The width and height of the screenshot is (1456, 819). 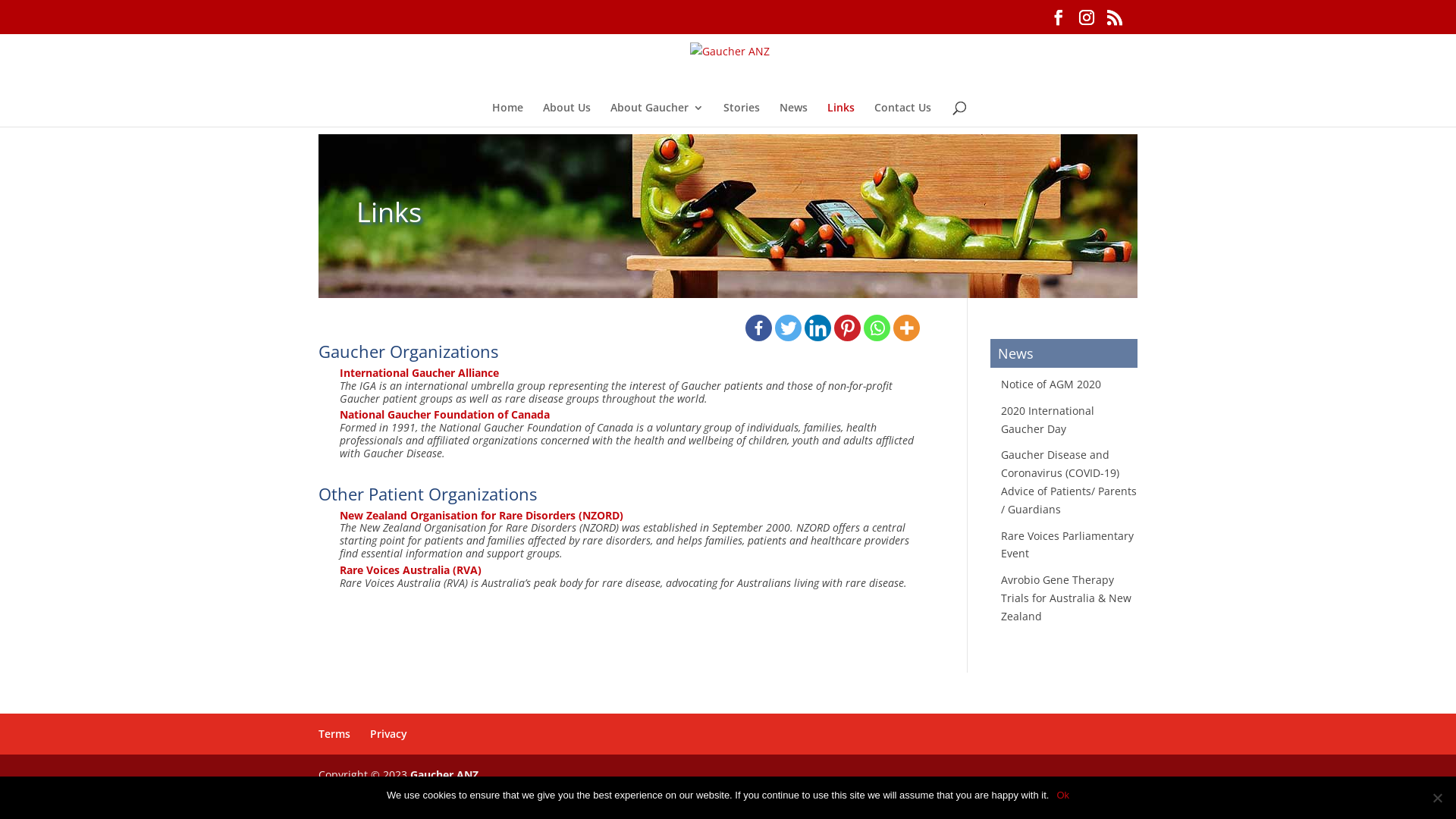 What do you see at coordinates (338, 514) in the screenshot?
I see `'New Zealand Organisation for Rare Disorders (NZORD)'` at bounding box center [338, 514].